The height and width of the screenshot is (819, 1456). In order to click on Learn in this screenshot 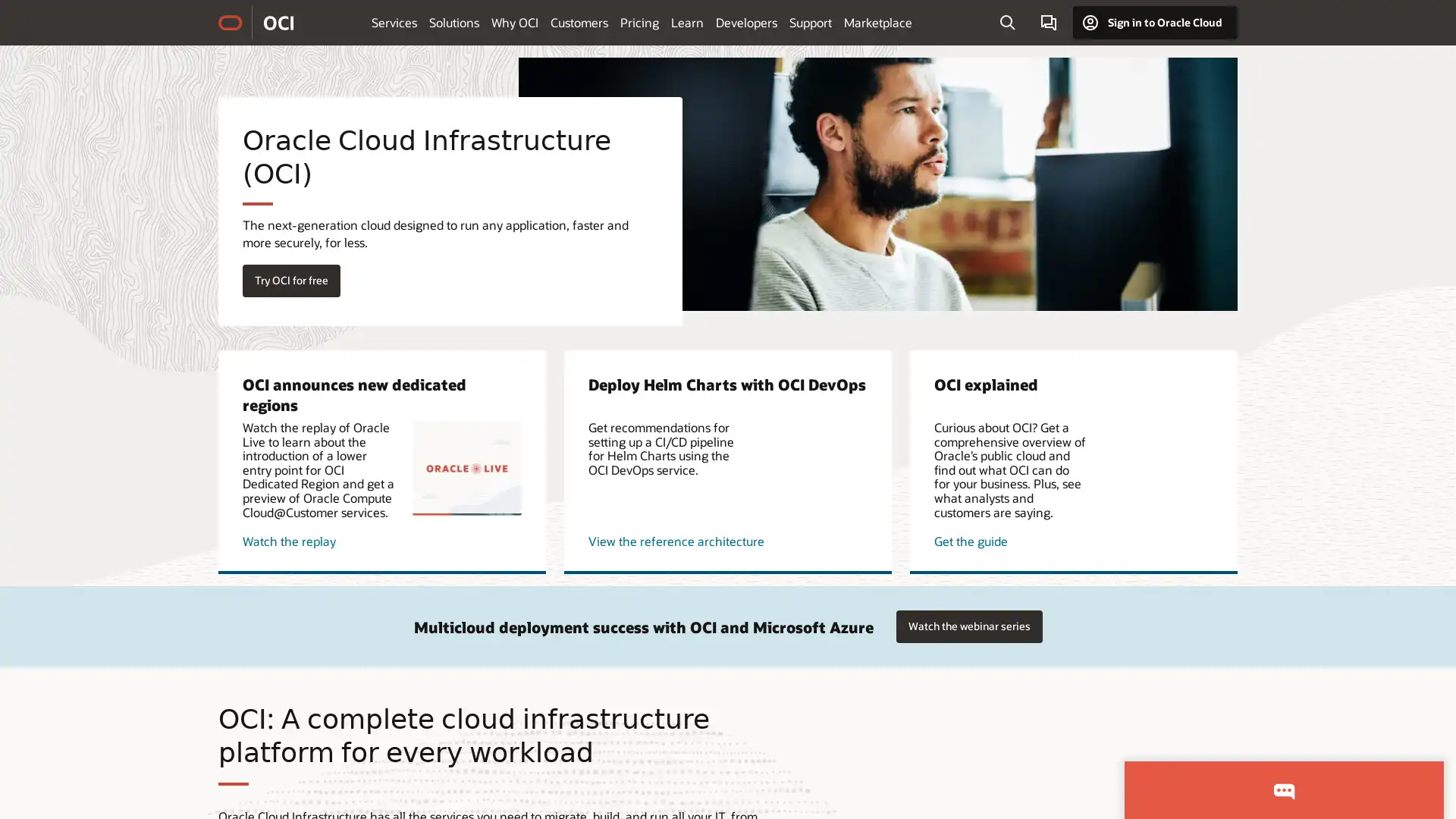, I will do `click(686, 22)`.